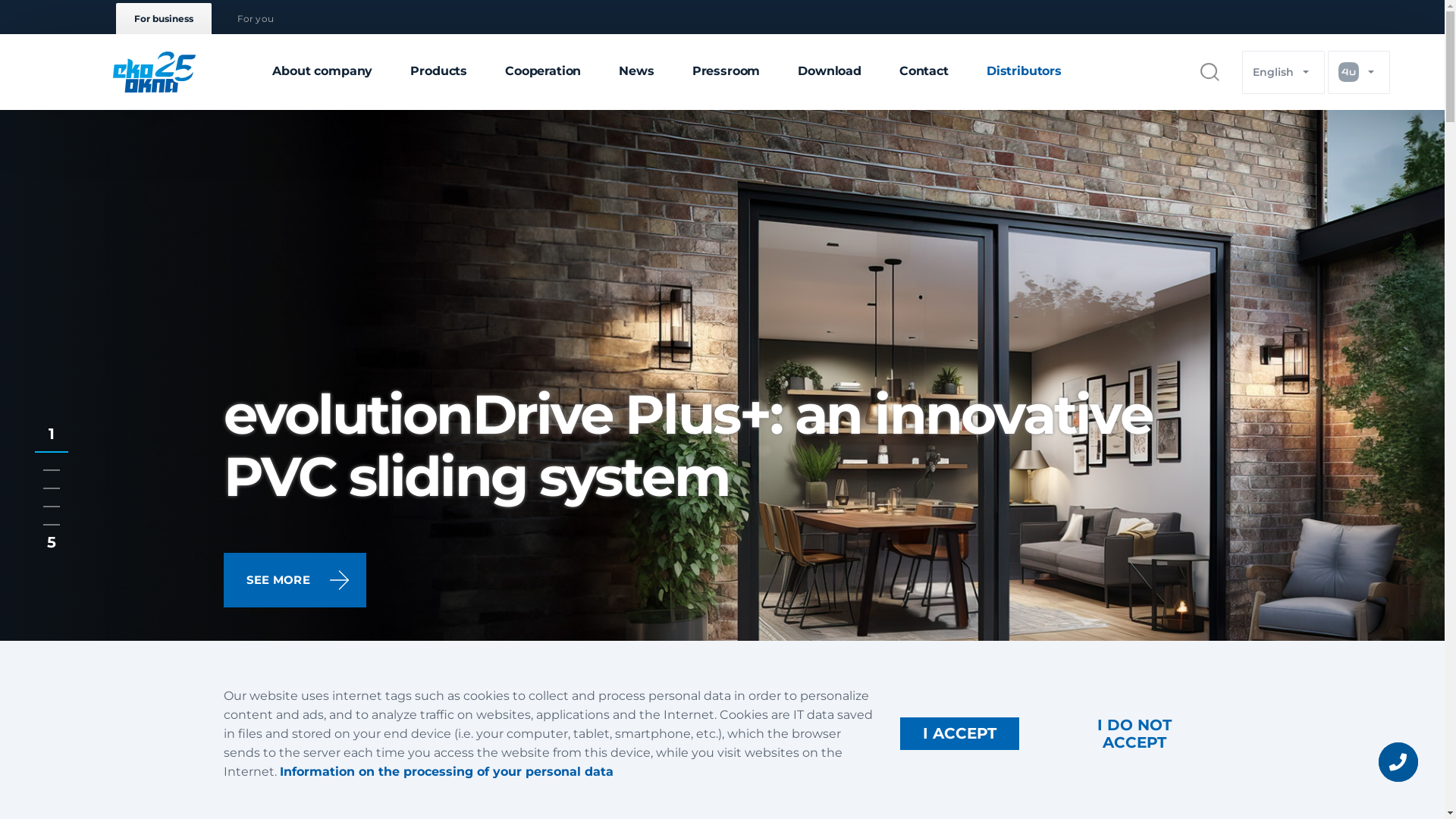  I want to click on 'Cooperation', so click(542, 72).